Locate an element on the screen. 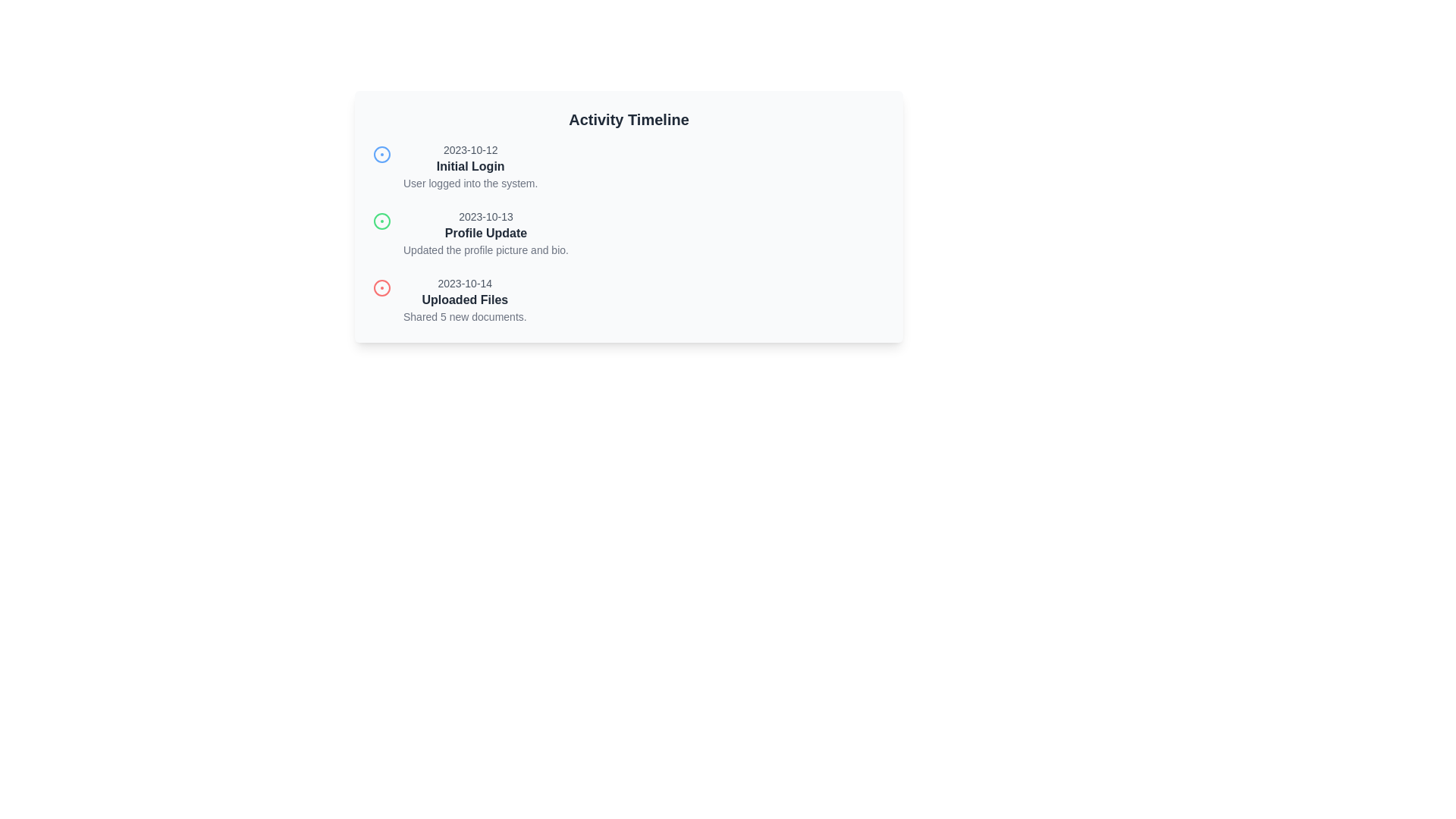 The height and width of the screenshot is (819, 1456). the text label that indicates files were uploaded, located in the activity timeline section between the date '2023-10-14' and the description 'Shared 5 new documents.' is located at coordinates (464, 300).